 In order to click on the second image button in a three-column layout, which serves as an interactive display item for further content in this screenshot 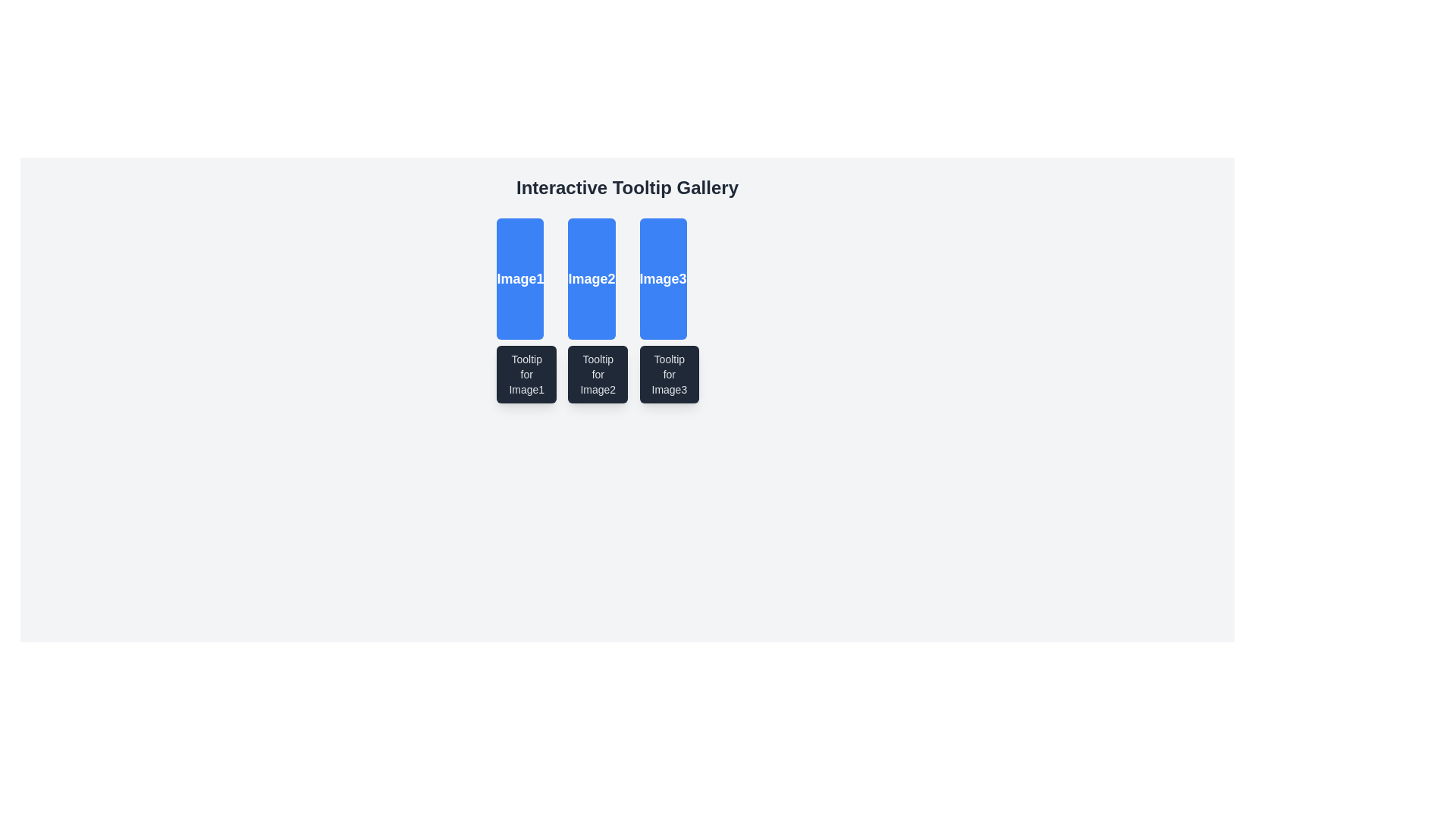, I will do `click(591, 278)`.